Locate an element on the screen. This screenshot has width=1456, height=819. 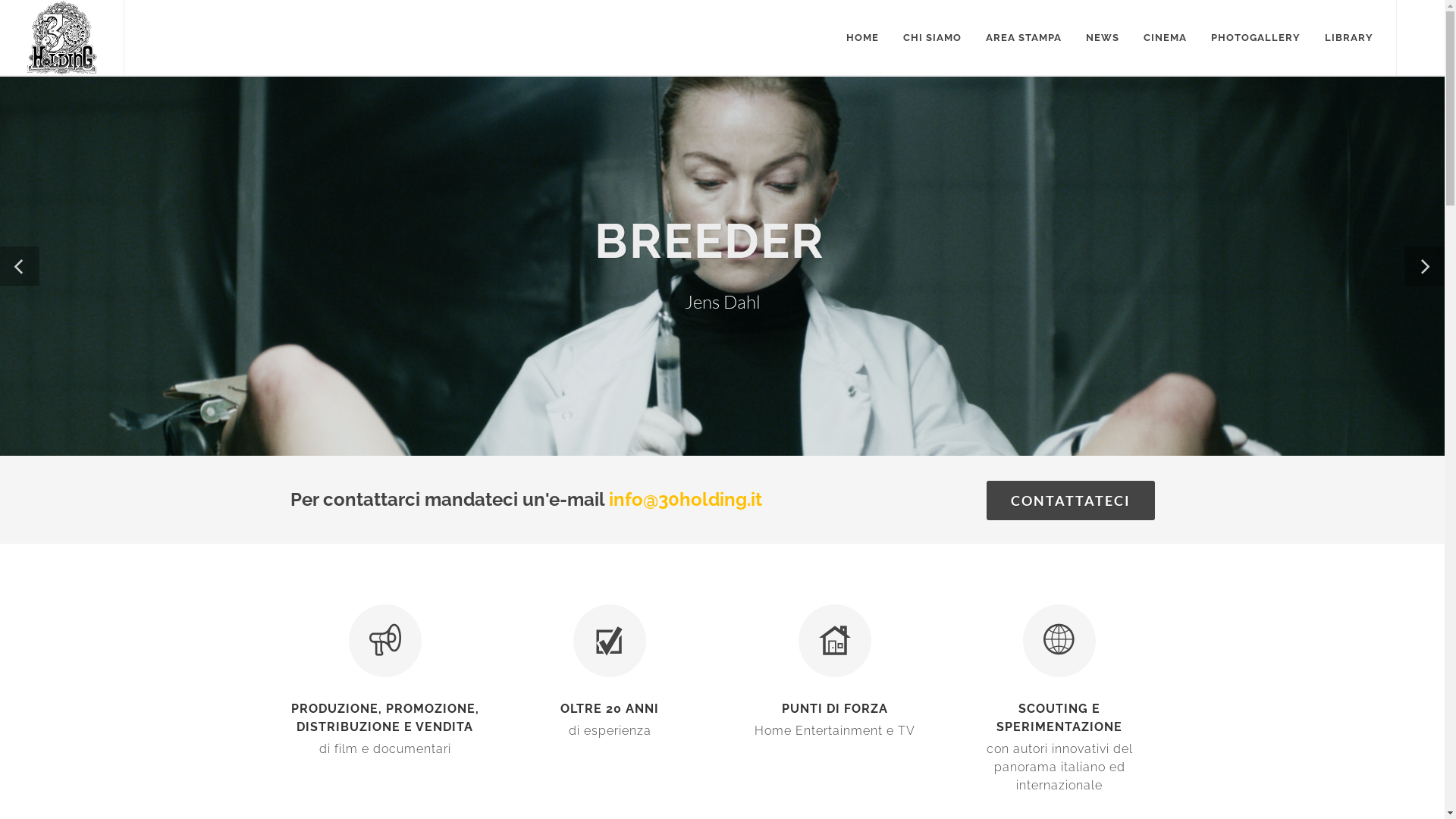
'CINEMA' is located at coordinates (1164, 37).